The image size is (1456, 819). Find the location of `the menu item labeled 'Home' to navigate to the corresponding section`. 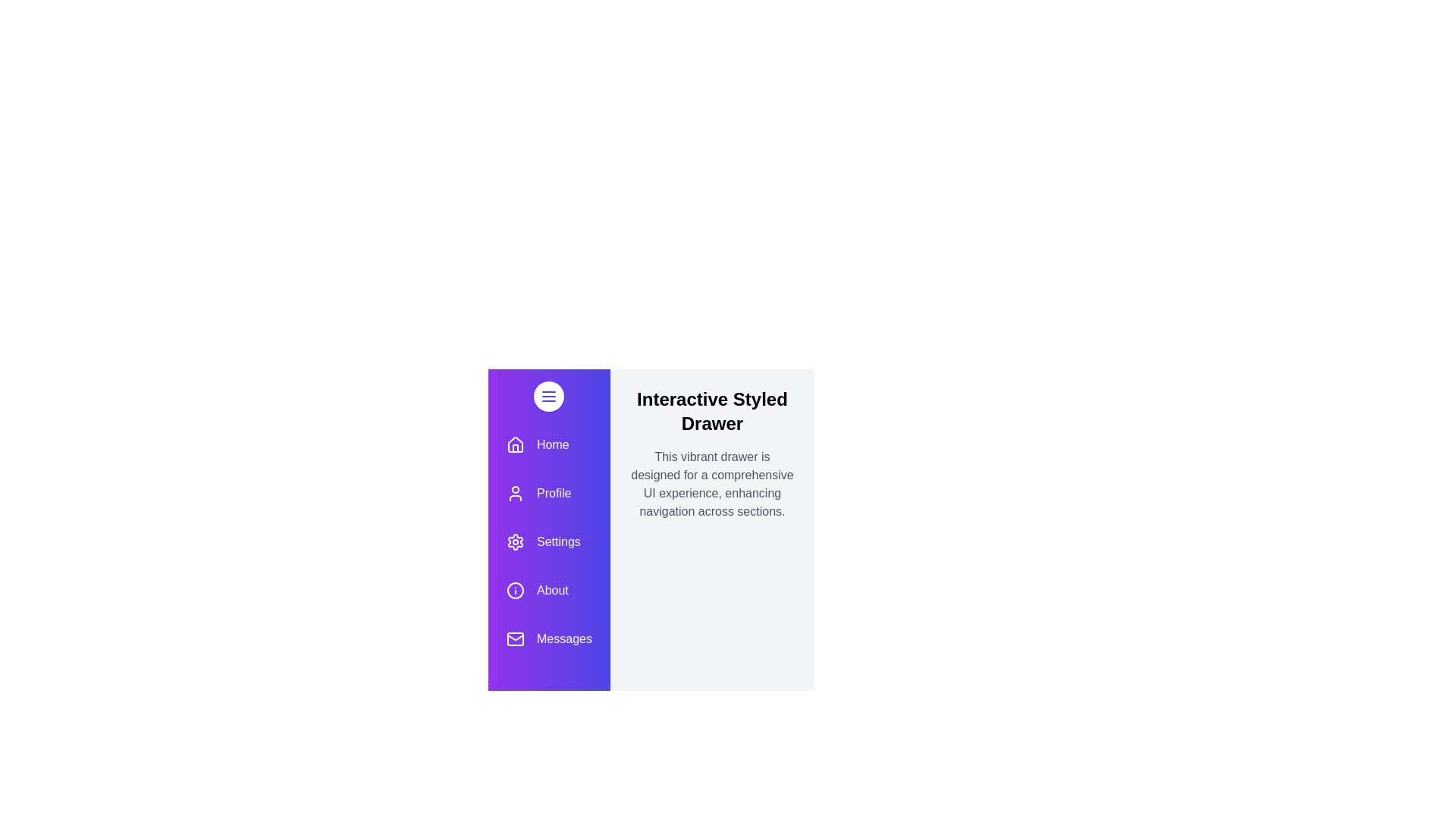

the menu item labeled 'Home' to navigate to the corresponding section is located at coordinates (548, 444).